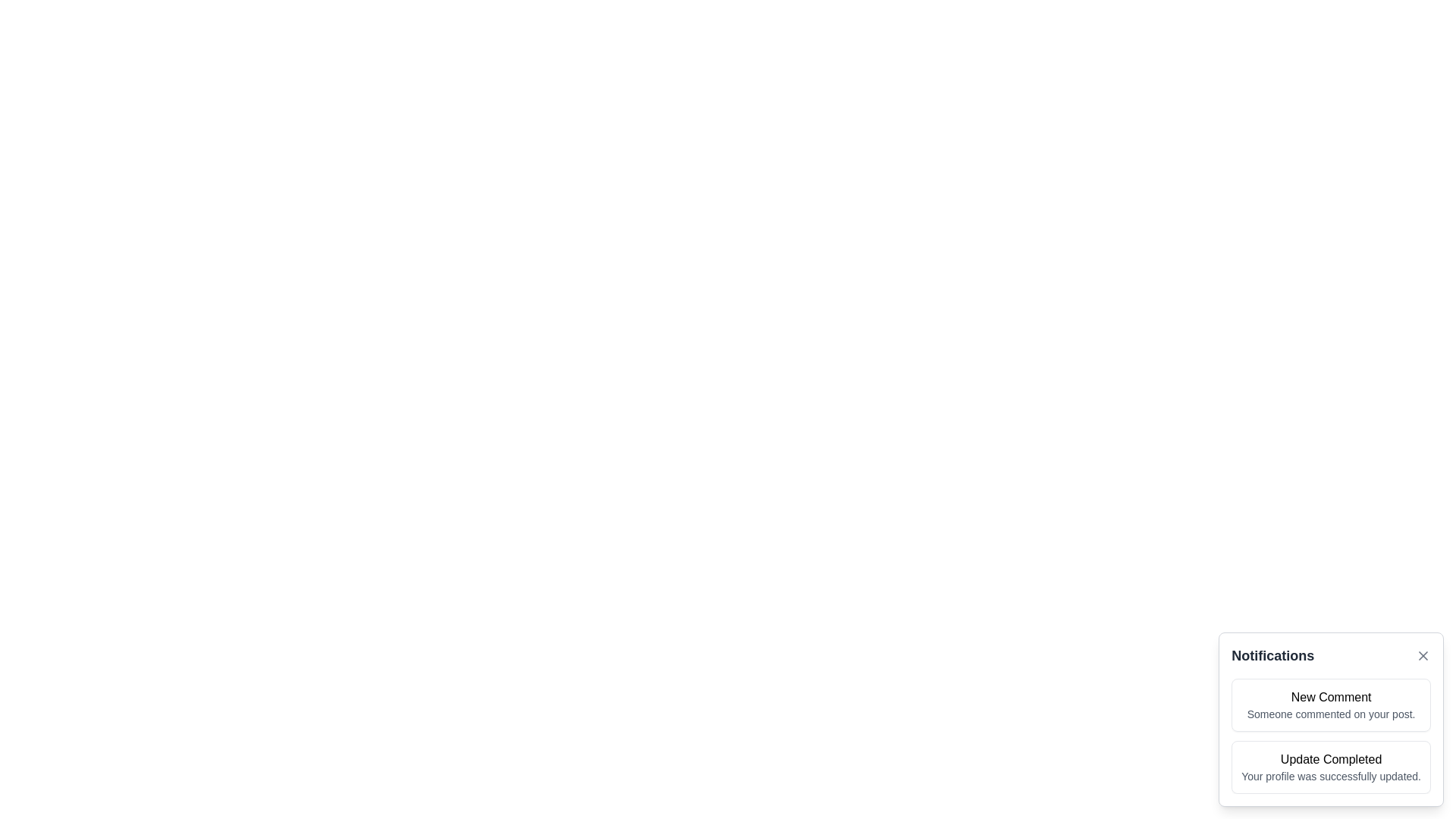  I want to click on the 'Notifications' text element, which is prominently displayed in a large, semi-bold gray font at the top-left corner of the notification display pane, so click(1272, 654).